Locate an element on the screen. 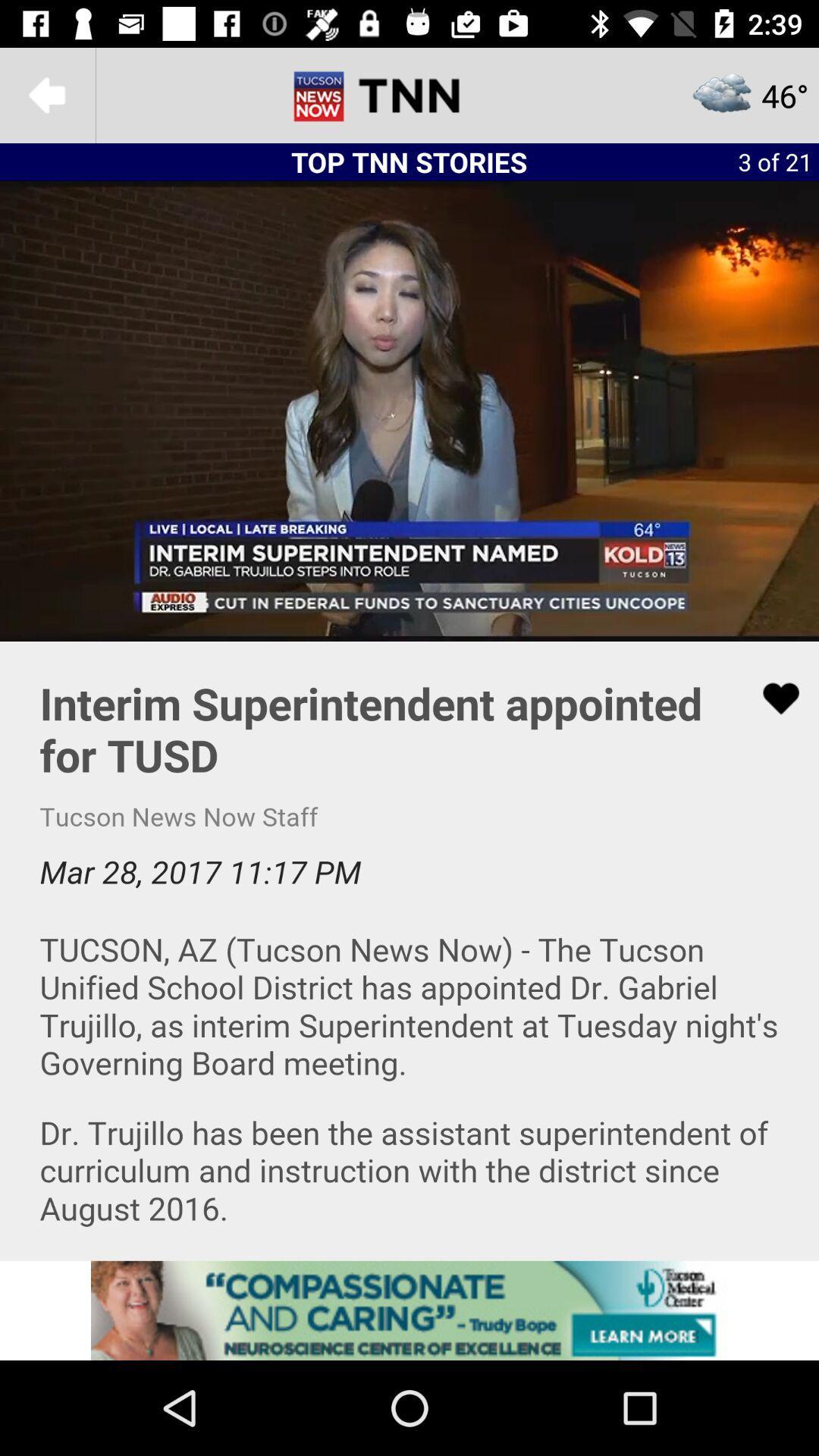  like button is located at coordinates (771, 698).